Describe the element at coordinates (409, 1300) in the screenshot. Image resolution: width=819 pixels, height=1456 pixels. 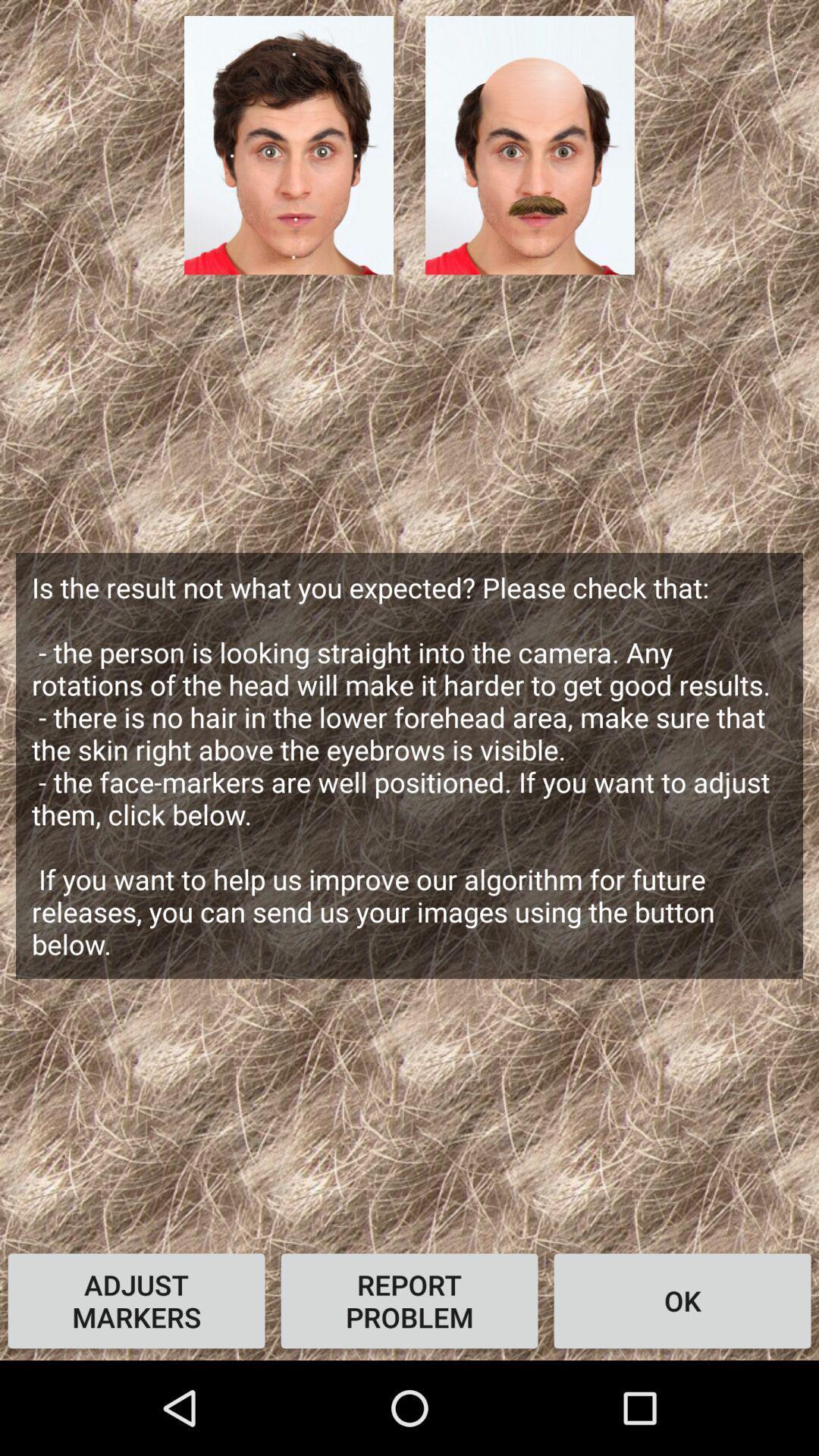
I see `the report problem item` at that location.